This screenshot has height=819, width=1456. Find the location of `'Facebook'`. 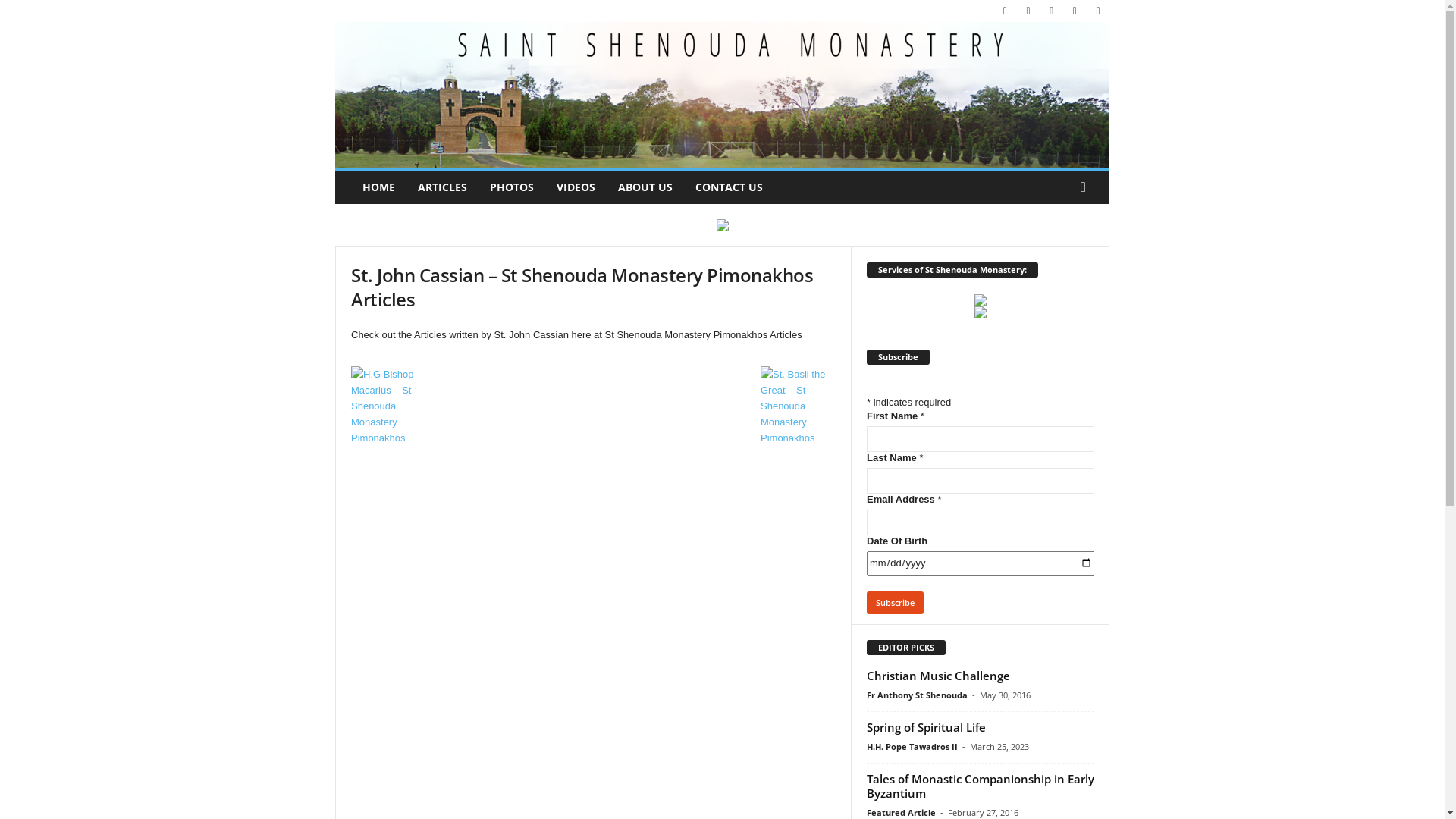

'Facebook' is located at coordinates (1005, 11).